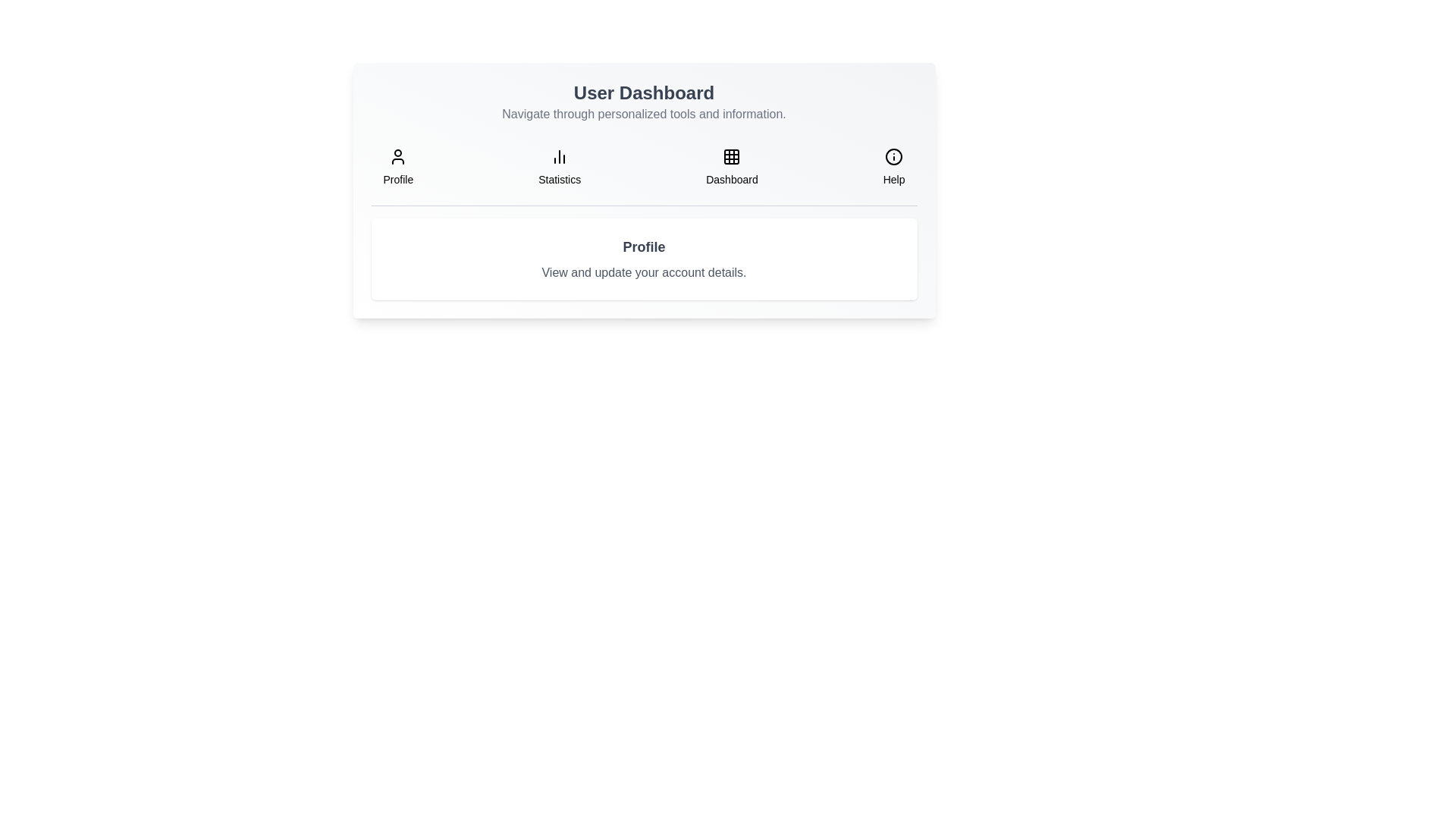  Describe the element at coordinates (894, 167) in the screenshot. I see `the tab labeled Help to navigate to its content` at that location.